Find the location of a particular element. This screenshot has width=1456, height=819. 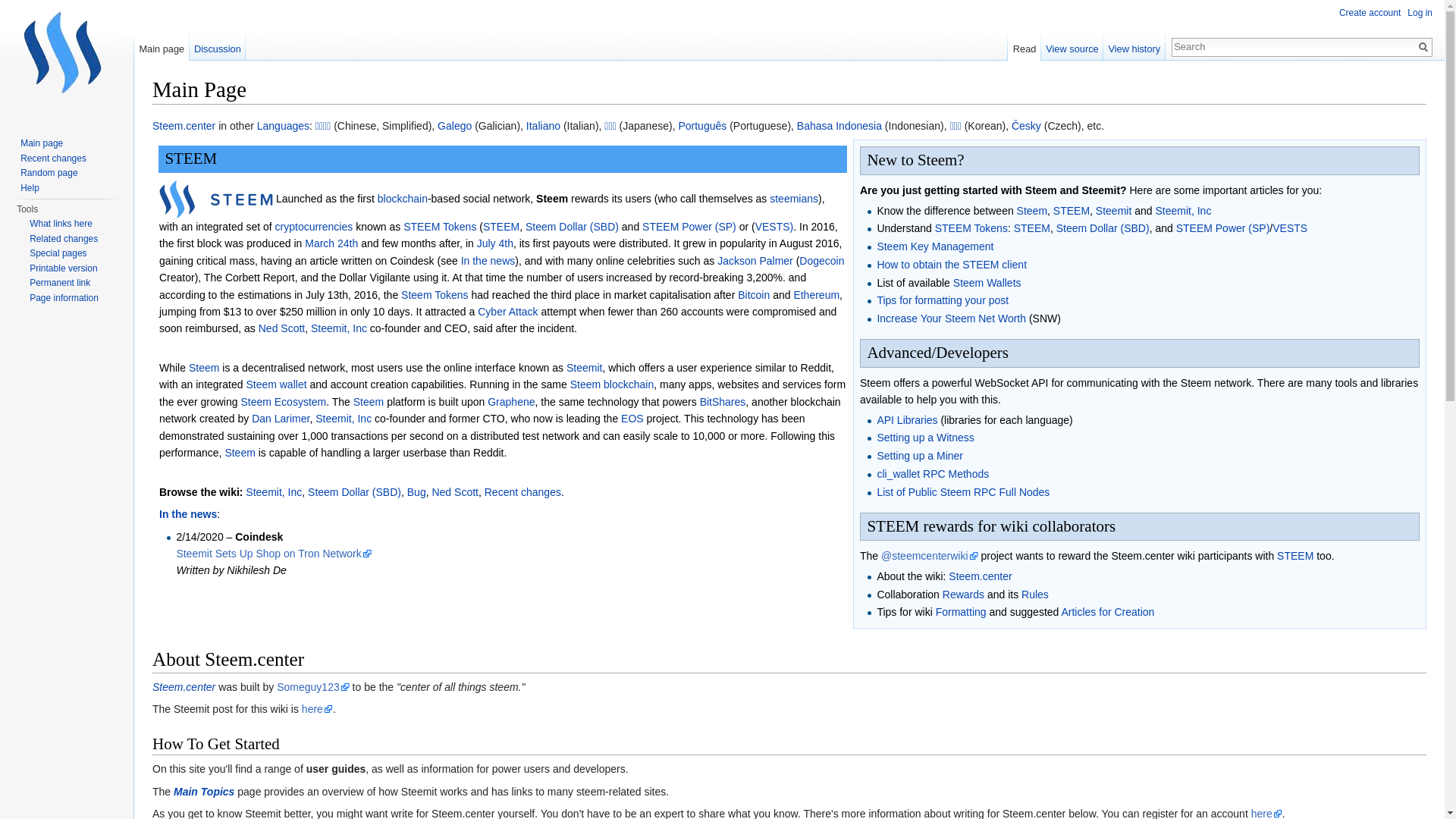

'Special pages' is located at coordinates (58, 253).